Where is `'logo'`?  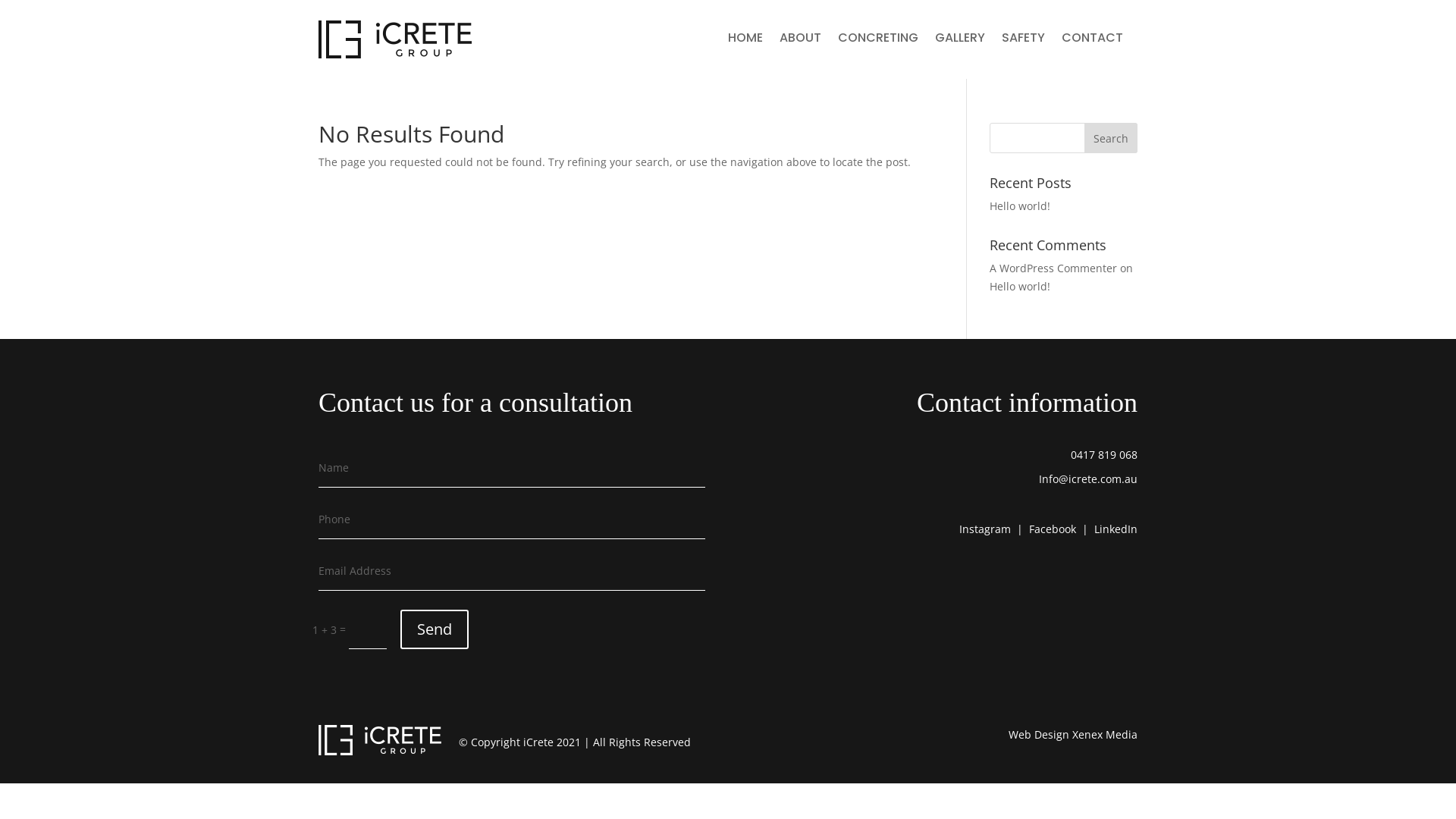
'logo' is located at coordinates (395, 38).